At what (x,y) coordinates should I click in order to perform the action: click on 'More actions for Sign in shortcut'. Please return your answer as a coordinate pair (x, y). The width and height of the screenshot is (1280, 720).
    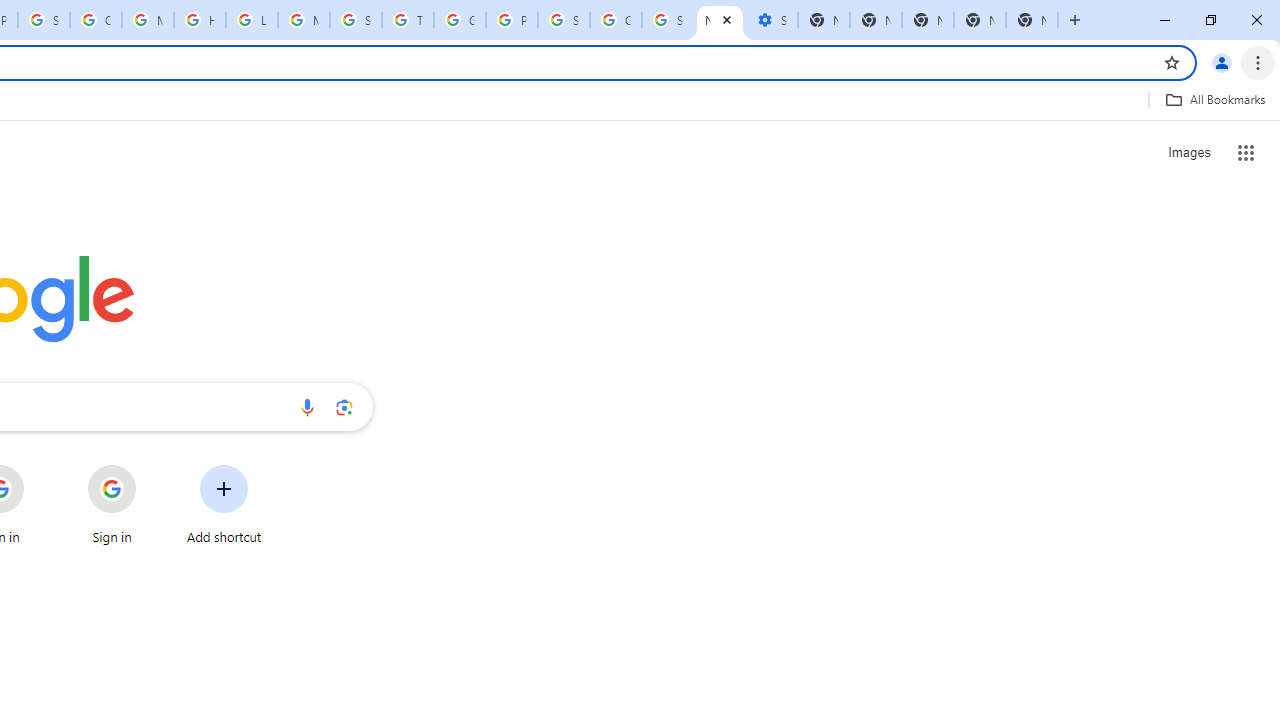
    Looking at the image, I should click on (151, 466).